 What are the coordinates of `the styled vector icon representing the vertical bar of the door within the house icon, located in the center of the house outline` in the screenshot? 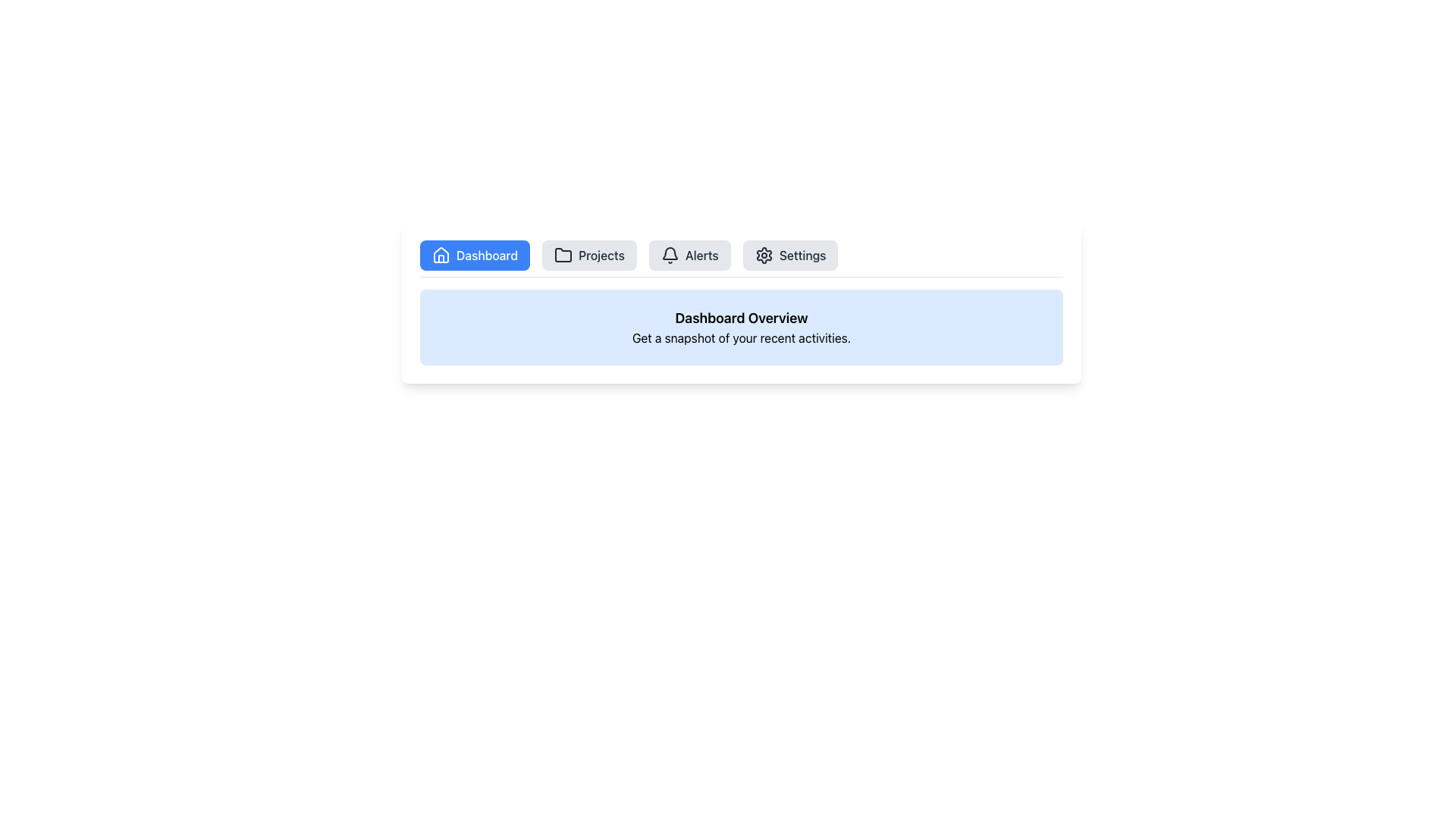 It's located at (440, 258).